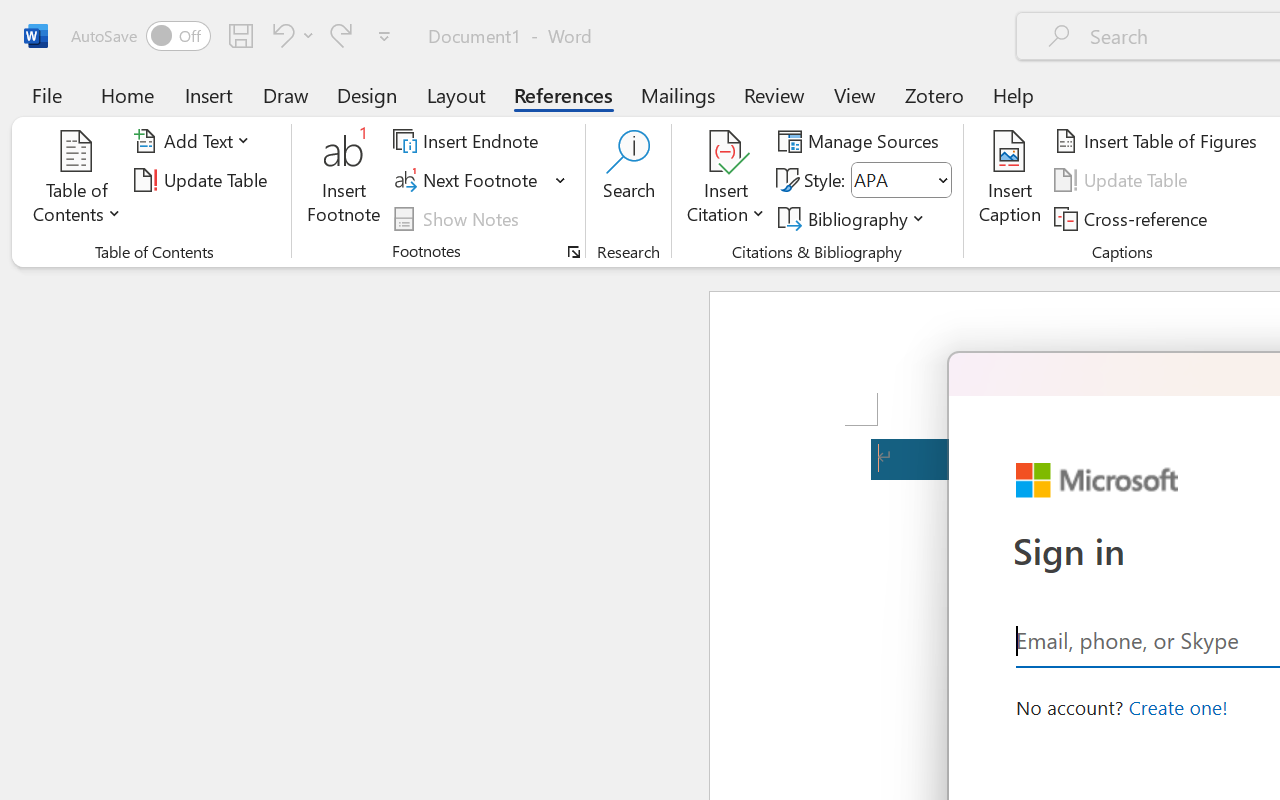 The image size is (1280, 800). What do you see at coordinates (344, 179) in the screenshot?
I see `'Insert Footnote'` at bounding box center [344, 179].